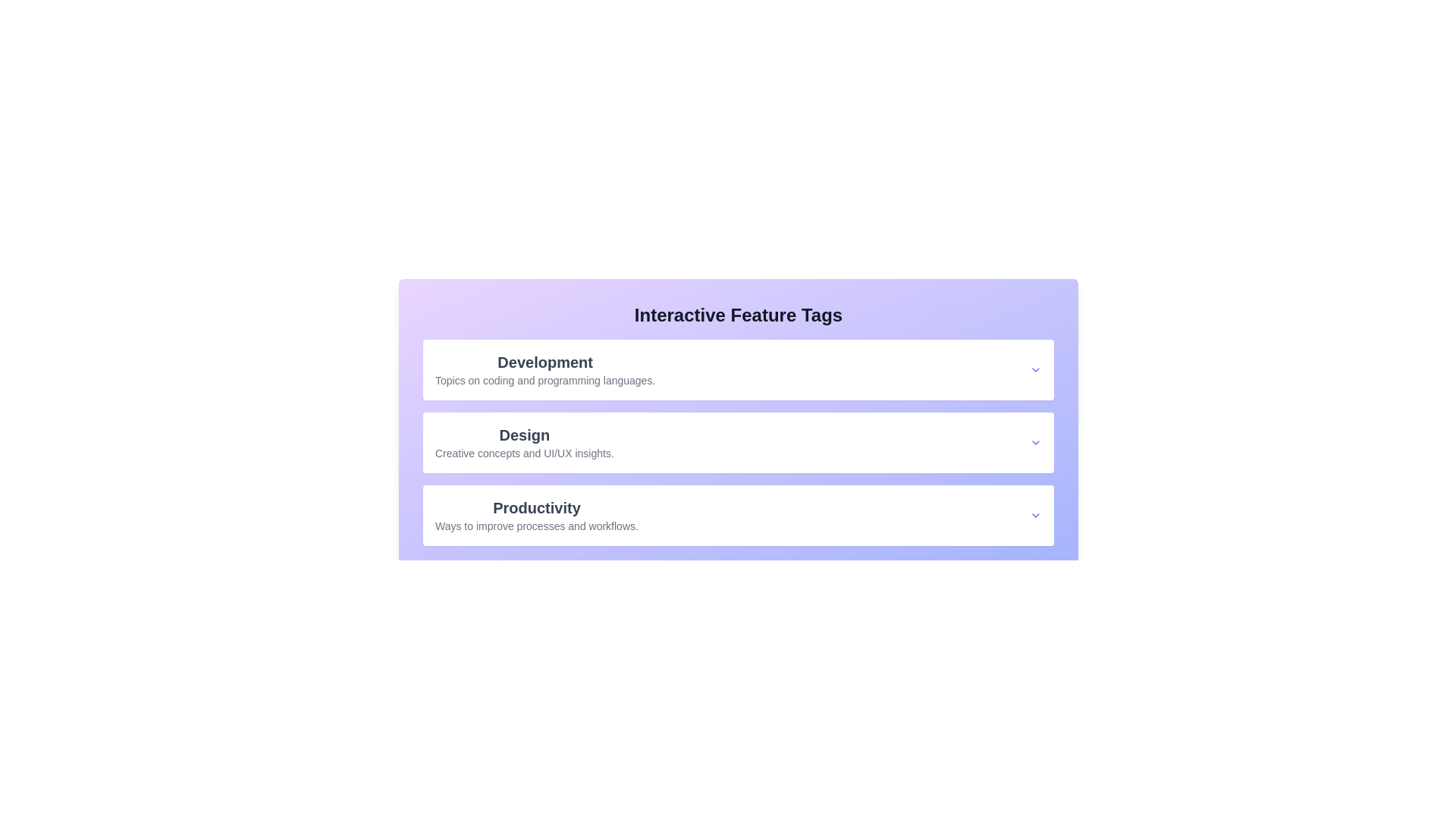 The image size is (1456, 819). Describe the element at coordinates (536, 514) in the screenshot. I see `the Text block that serves as a label for productivity improvement, positioned below the 'Development' and 'Design' blocks` at that location.